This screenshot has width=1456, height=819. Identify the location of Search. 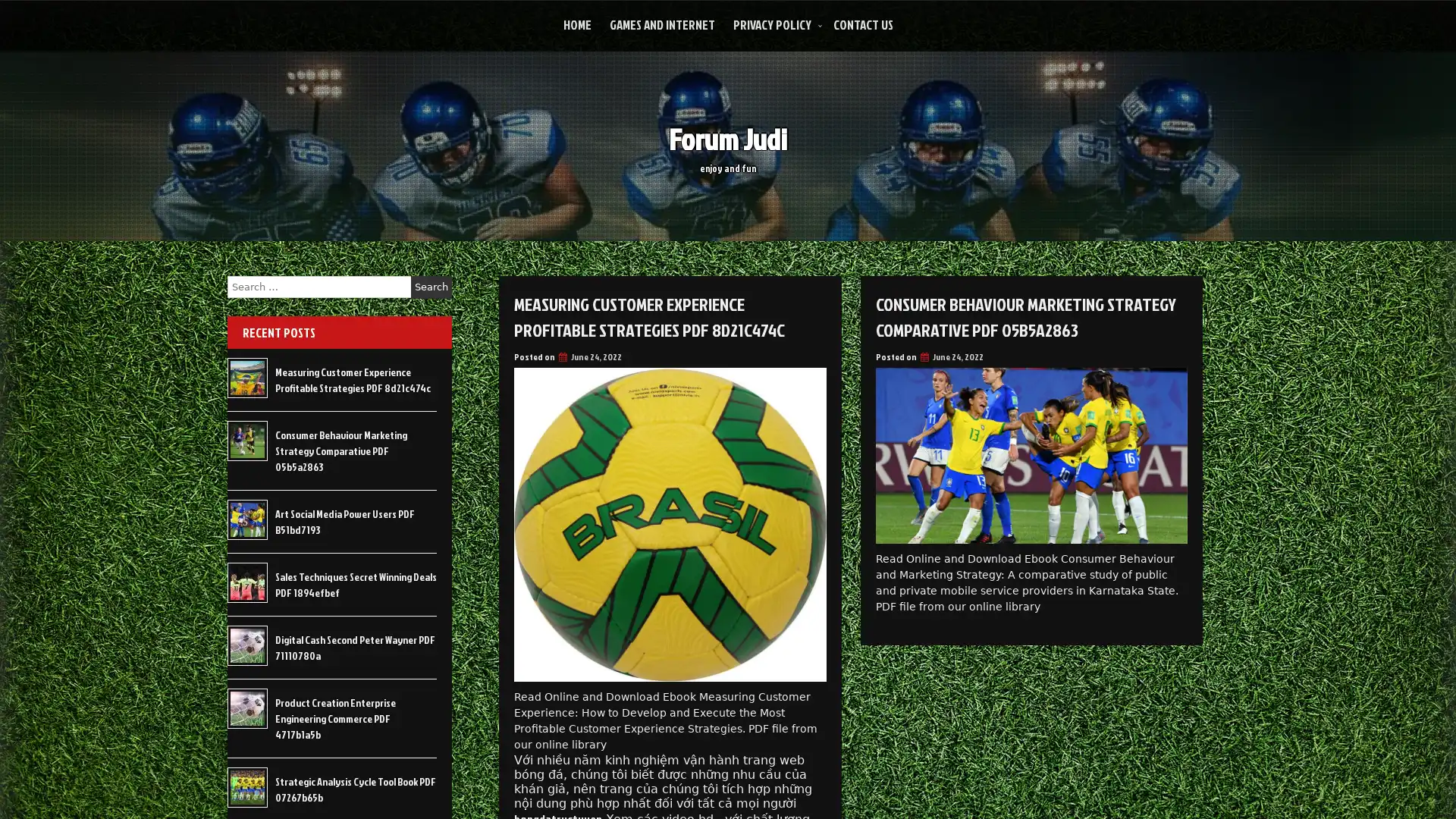
(431, 287).